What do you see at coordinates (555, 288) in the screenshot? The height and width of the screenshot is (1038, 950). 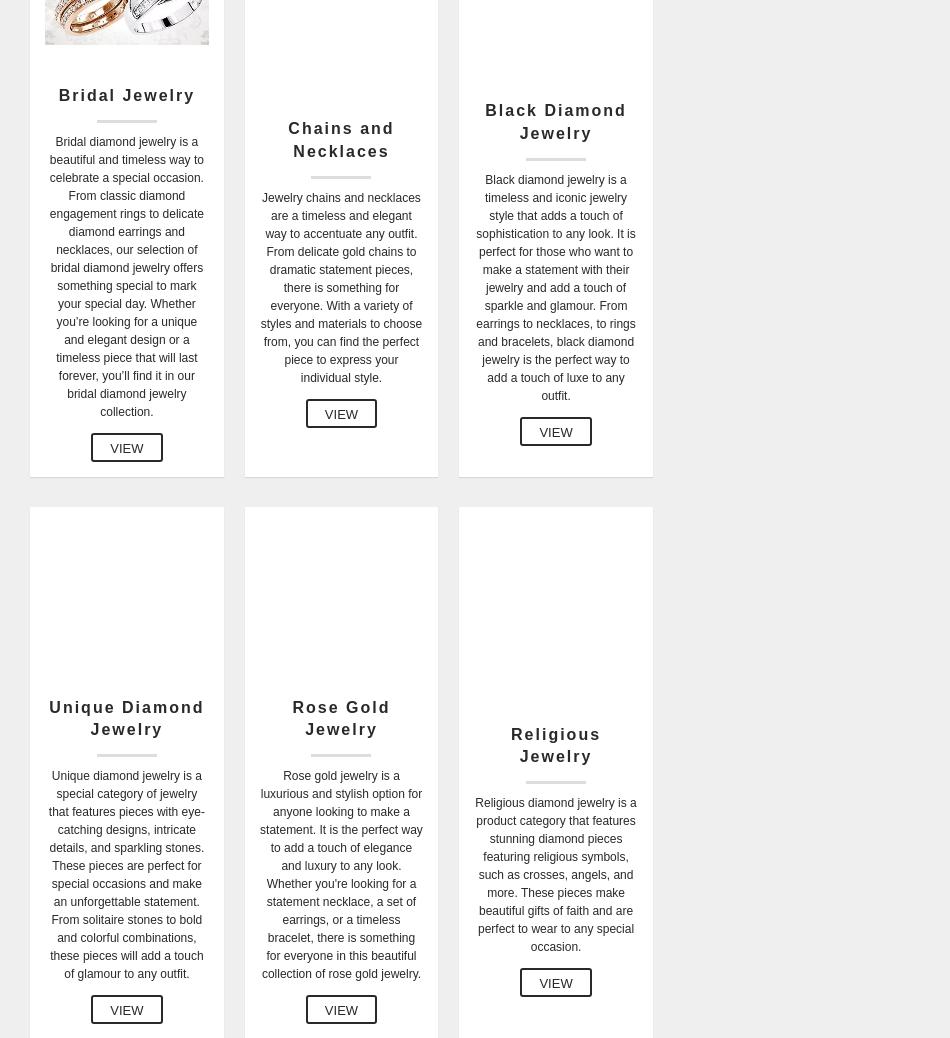 I see `'Black diamond jewelry is a timeless and iconic jewelry style that adds a touch of sophistication to any look. It is perfect for those who want to make a statement with their jewelry and add a touch of sparkle and glamour. From earrings to necklaces, to rings and bracelets, black diamond jewelry is the perfect way to add a touch of luxe to any outfit.'` at bounding box center [555, 288].